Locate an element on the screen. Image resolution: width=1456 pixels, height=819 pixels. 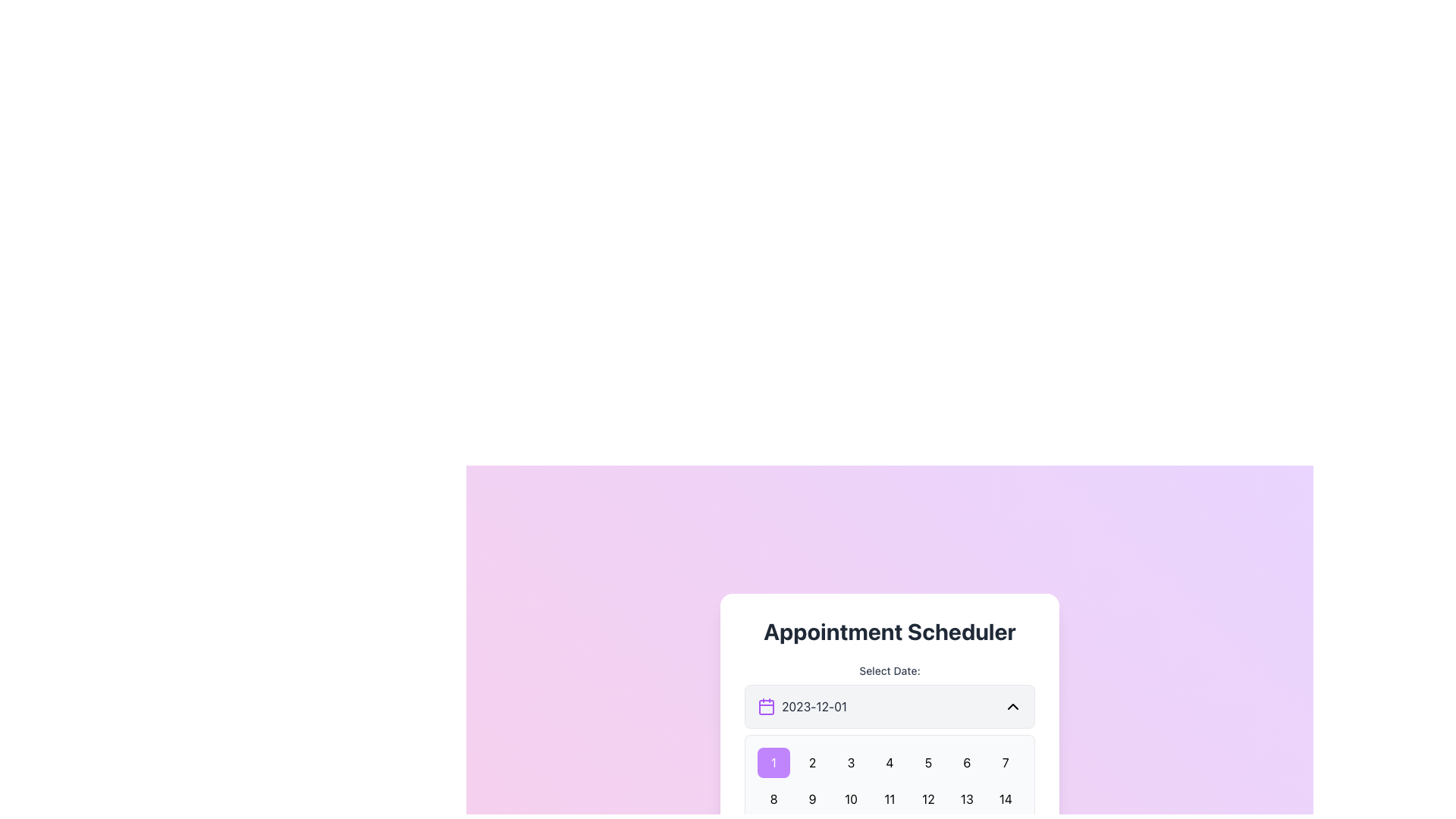
the calendar icon located in the top-left corner of the date display area next to the date '2023-12-01' is located at coordinates (767, 707).